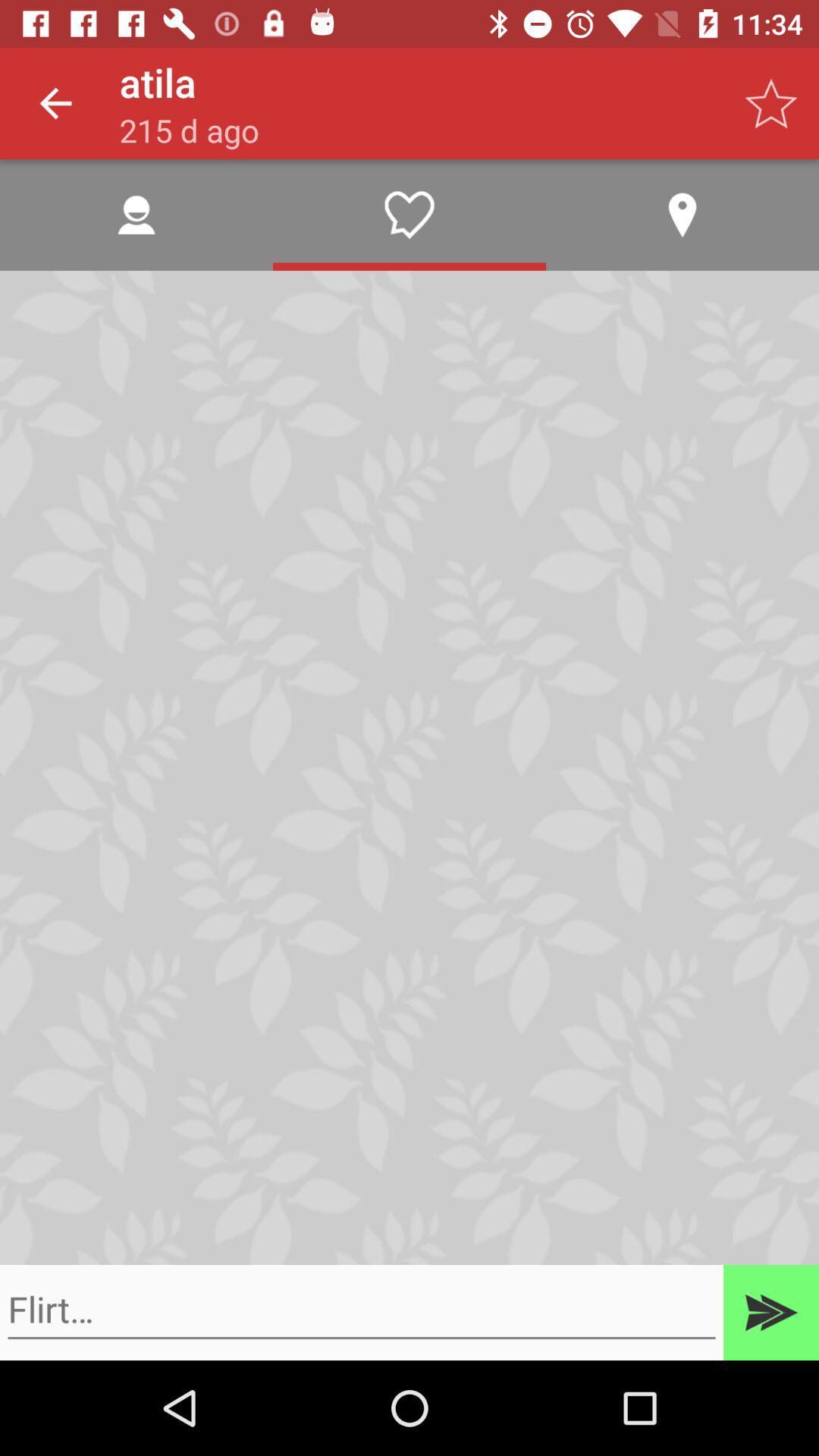  Describe the element at coordinates (771, 1312) in the screenshot. I see `multi` at that location.